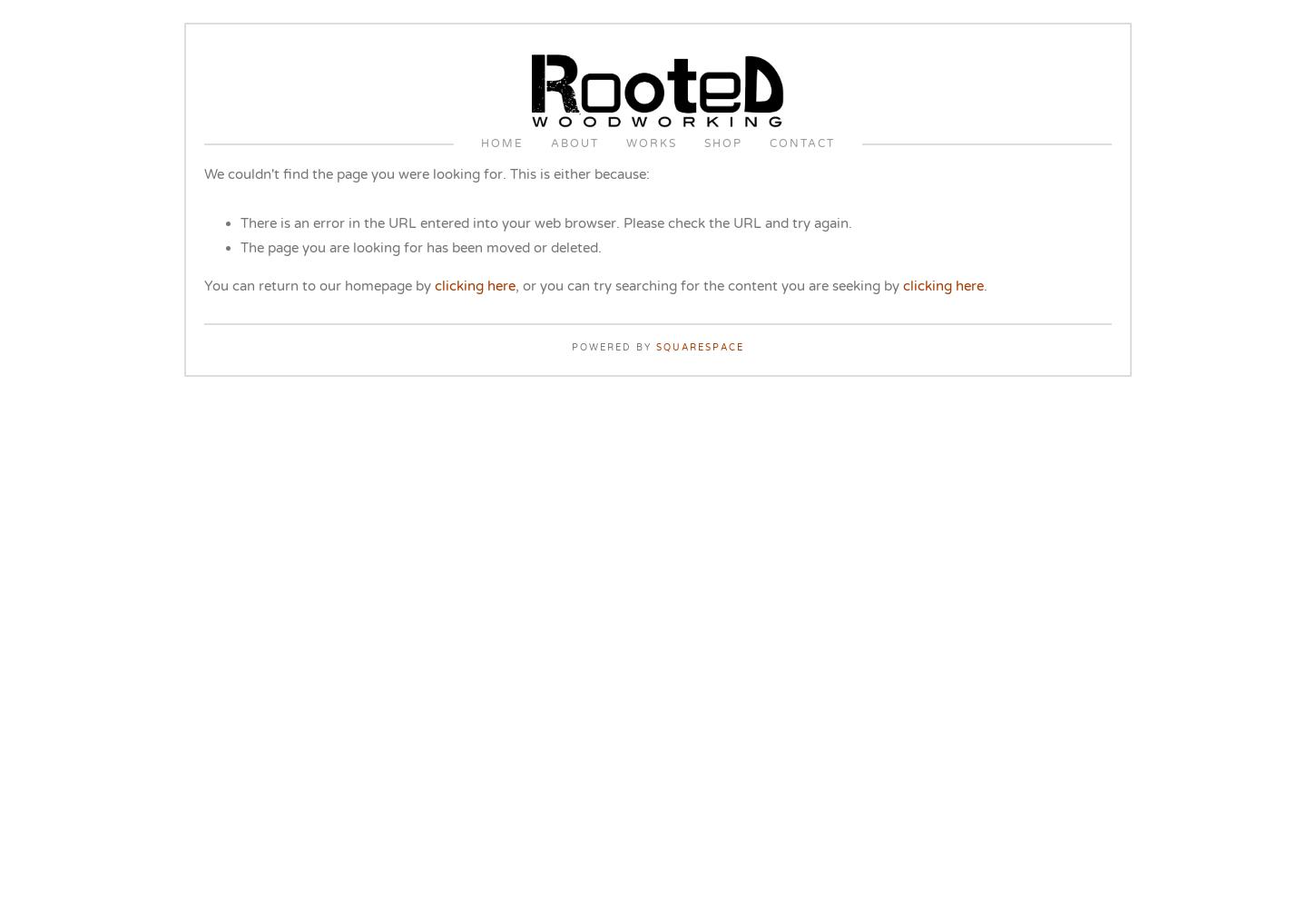 The image size is (1316, 908). Describe the element at coordinates (574, 143) in the screenshot. I see `'about'` at that location.